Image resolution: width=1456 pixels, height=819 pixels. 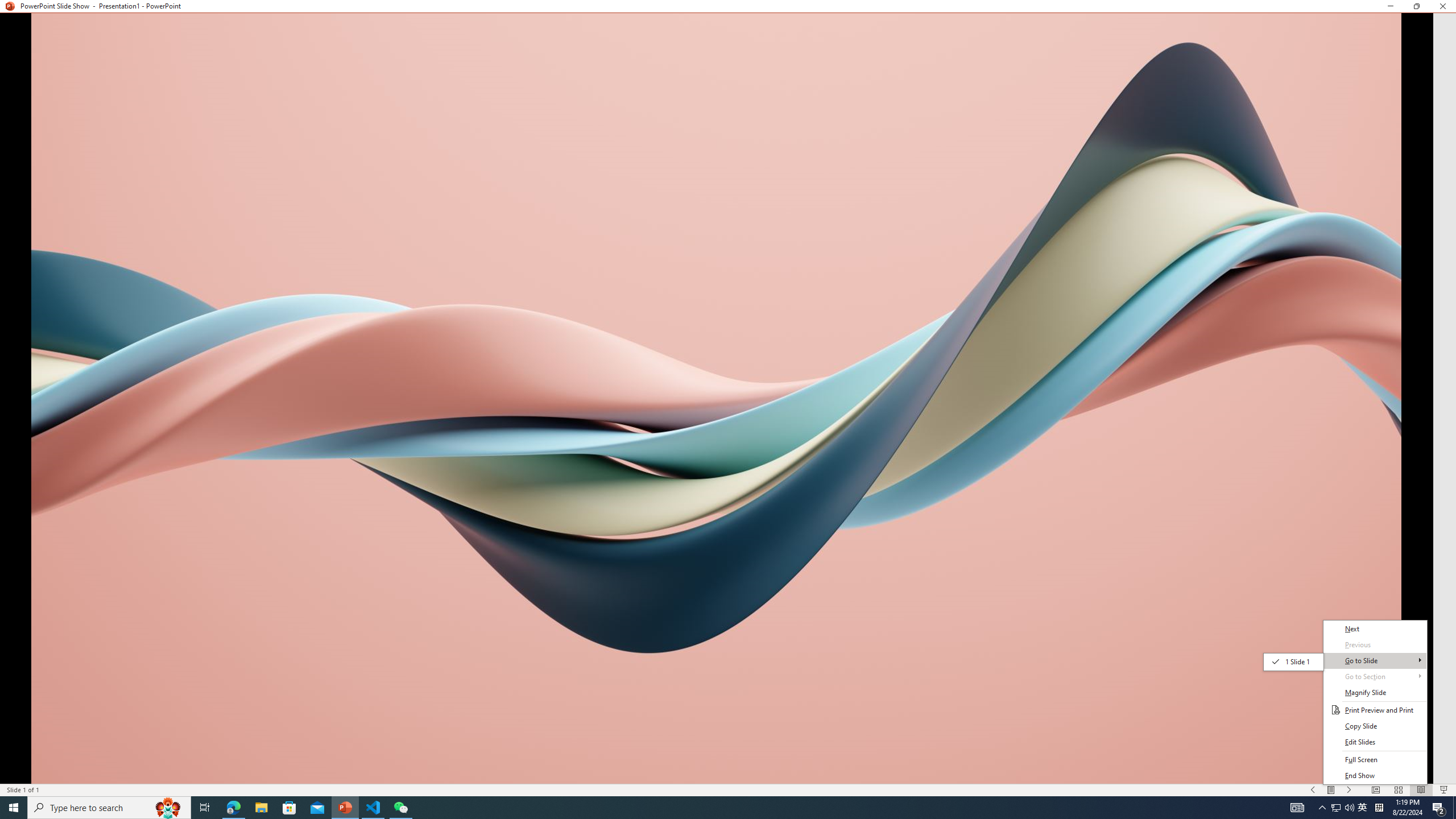 What do you see at coordinates (401, 806) in the screenshot?
I see `'WeChat - 1 running window'` at bounding box center [401, 806].